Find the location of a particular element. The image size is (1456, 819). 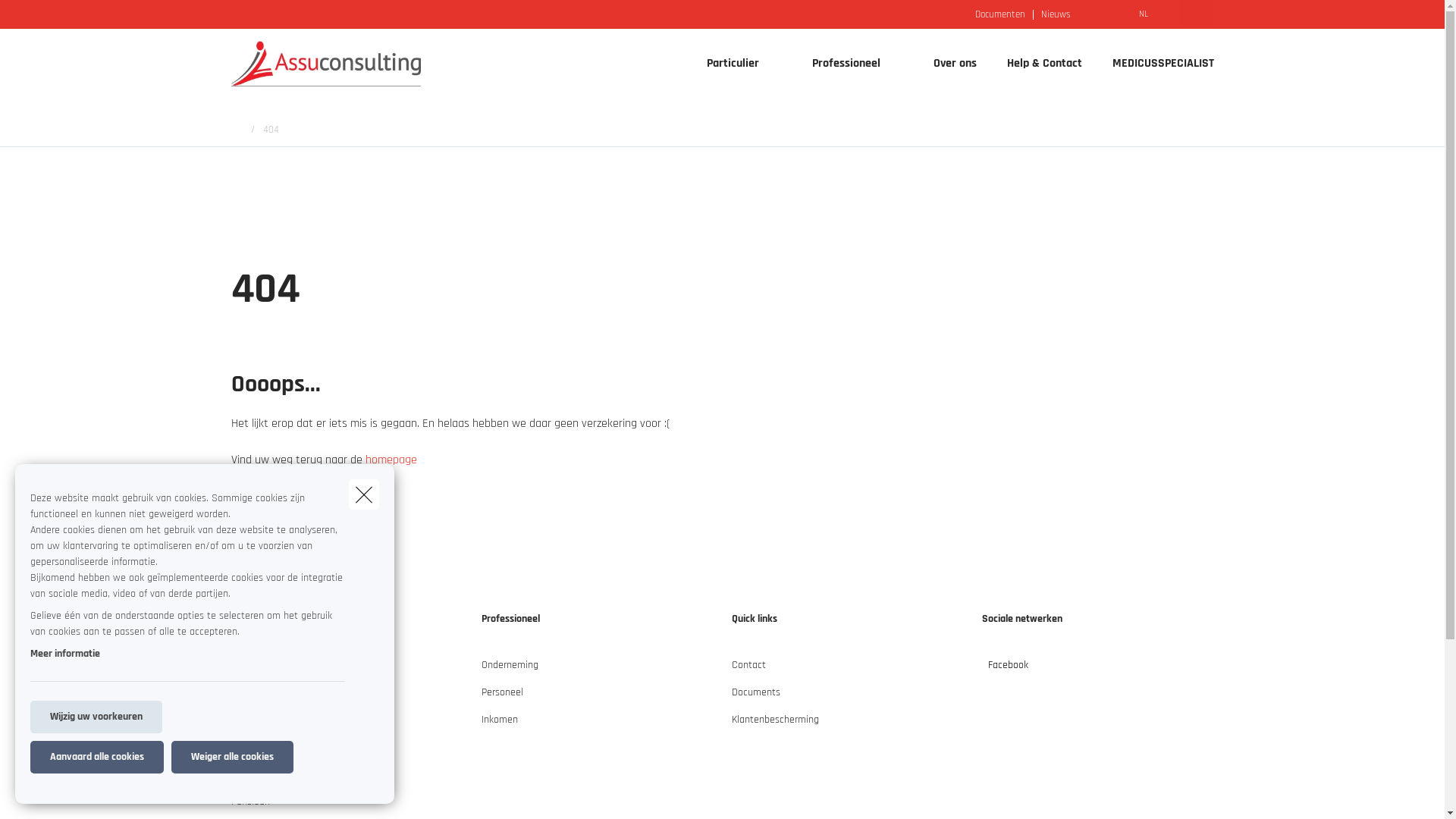

'Meer informatie' is located at coordinates (64, 652).